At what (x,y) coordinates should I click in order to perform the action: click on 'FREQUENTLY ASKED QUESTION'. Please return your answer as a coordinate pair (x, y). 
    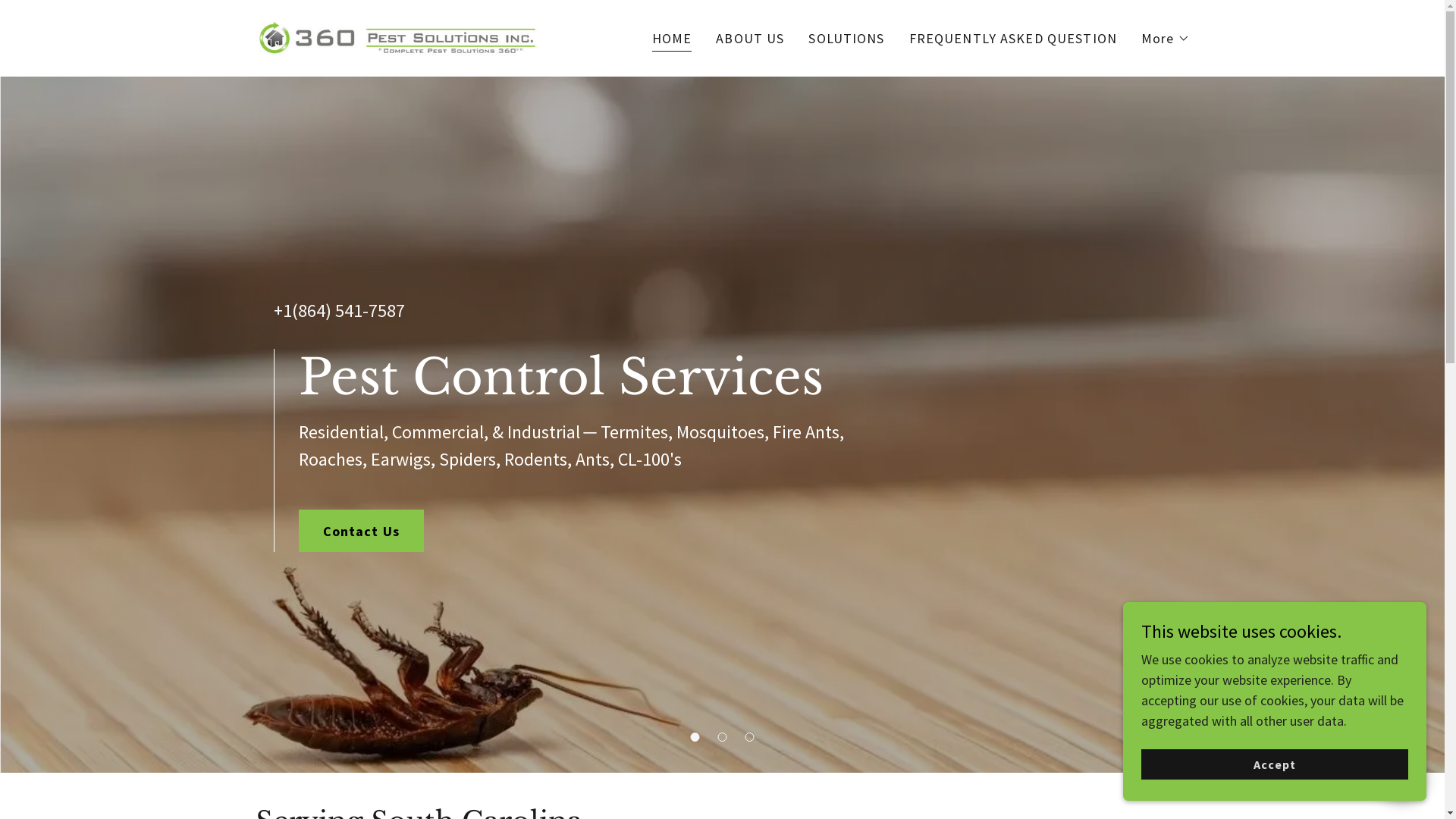
    Looking at the image, I should click on (905, 37).